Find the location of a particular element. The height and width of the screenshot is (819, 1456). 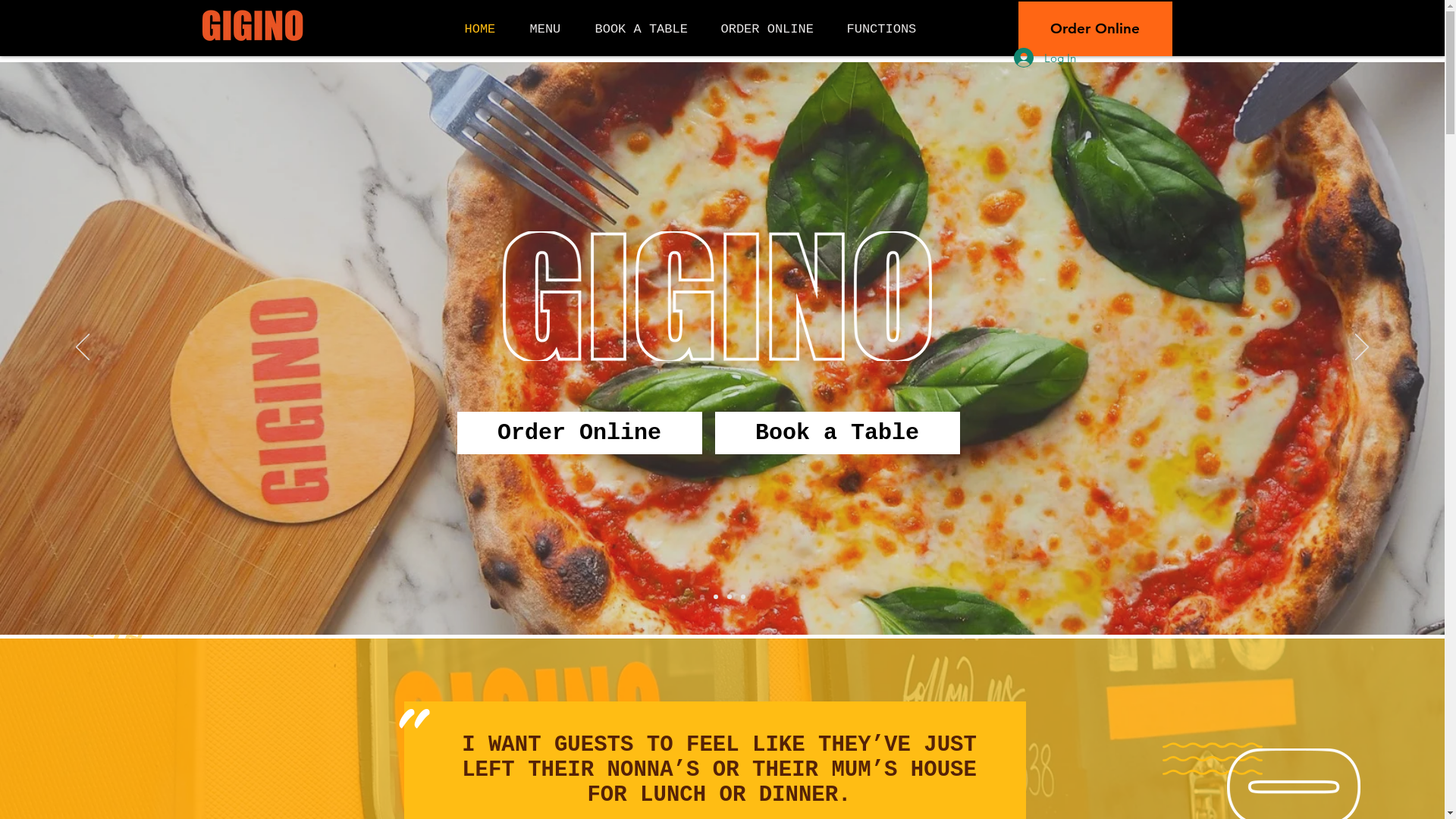

'MENU' is located at coordinates (550, 29).